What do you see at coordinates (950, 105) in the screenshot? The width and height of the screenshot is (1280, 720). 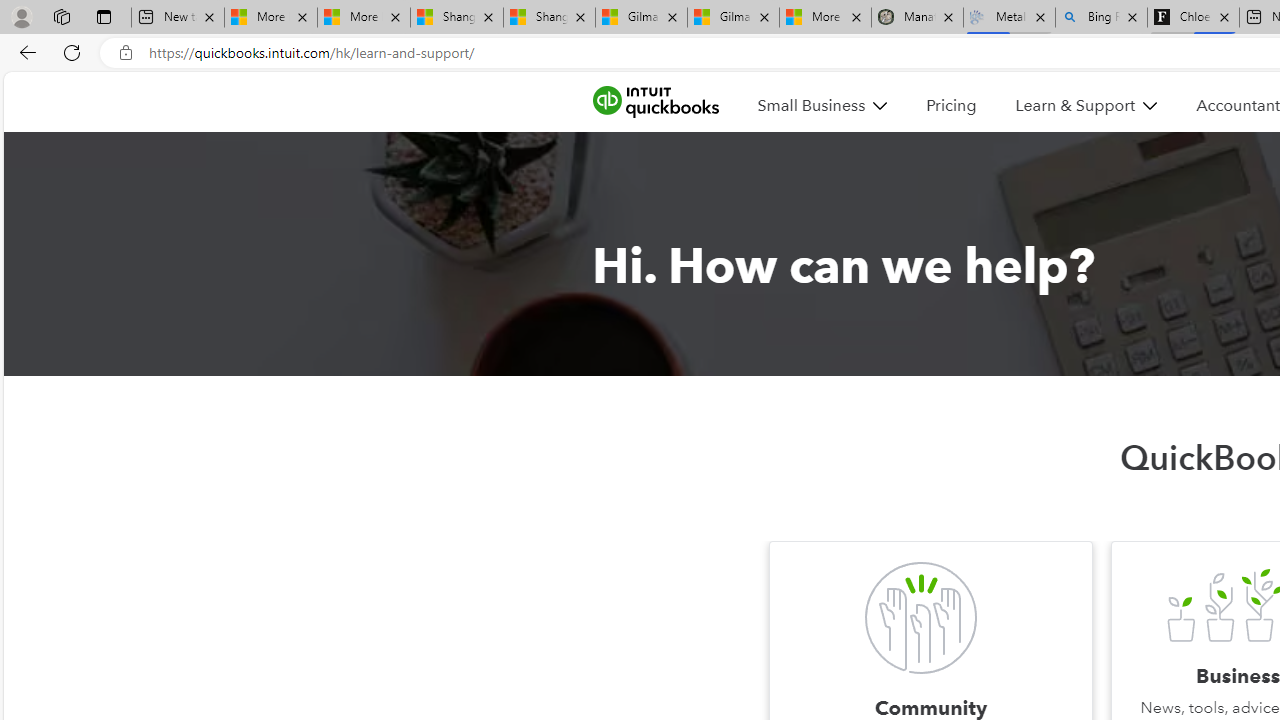 I see `'Pricing'` at bounding box center [950, 105].